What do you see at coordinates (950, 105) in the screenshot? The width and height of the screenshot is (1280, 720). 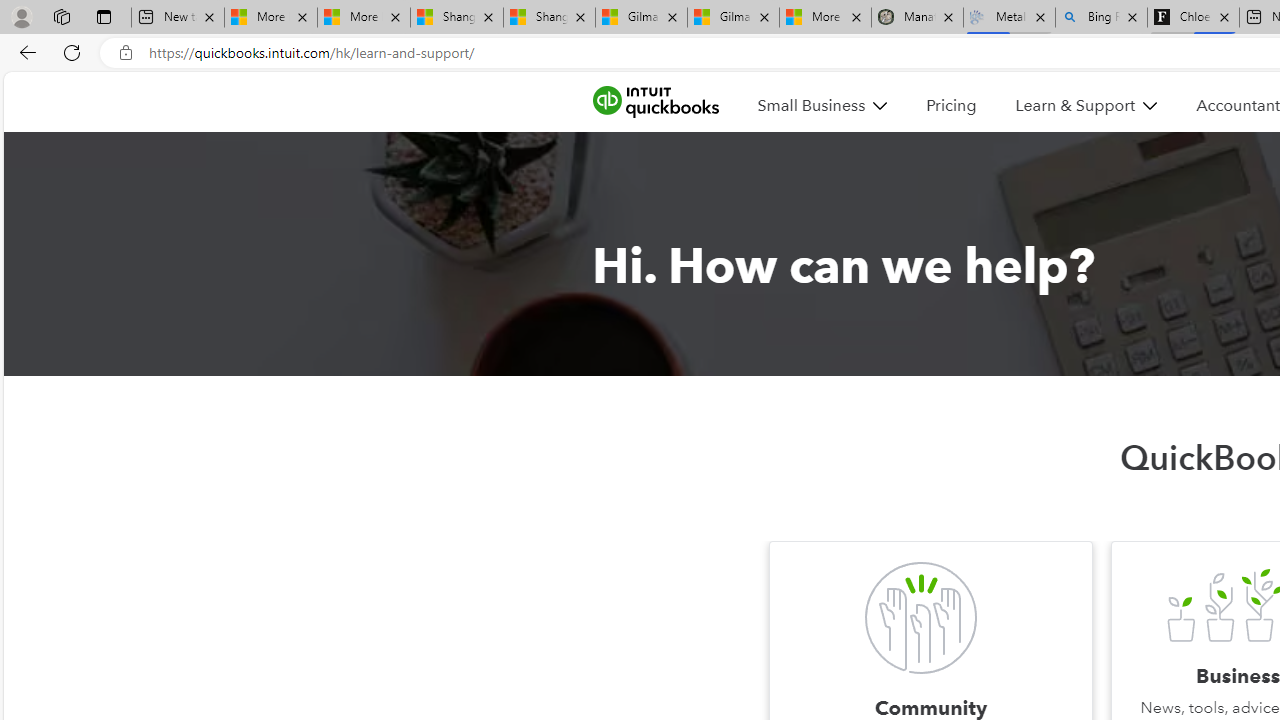 I see `'Pricing'` at bounding box center [950, 105].